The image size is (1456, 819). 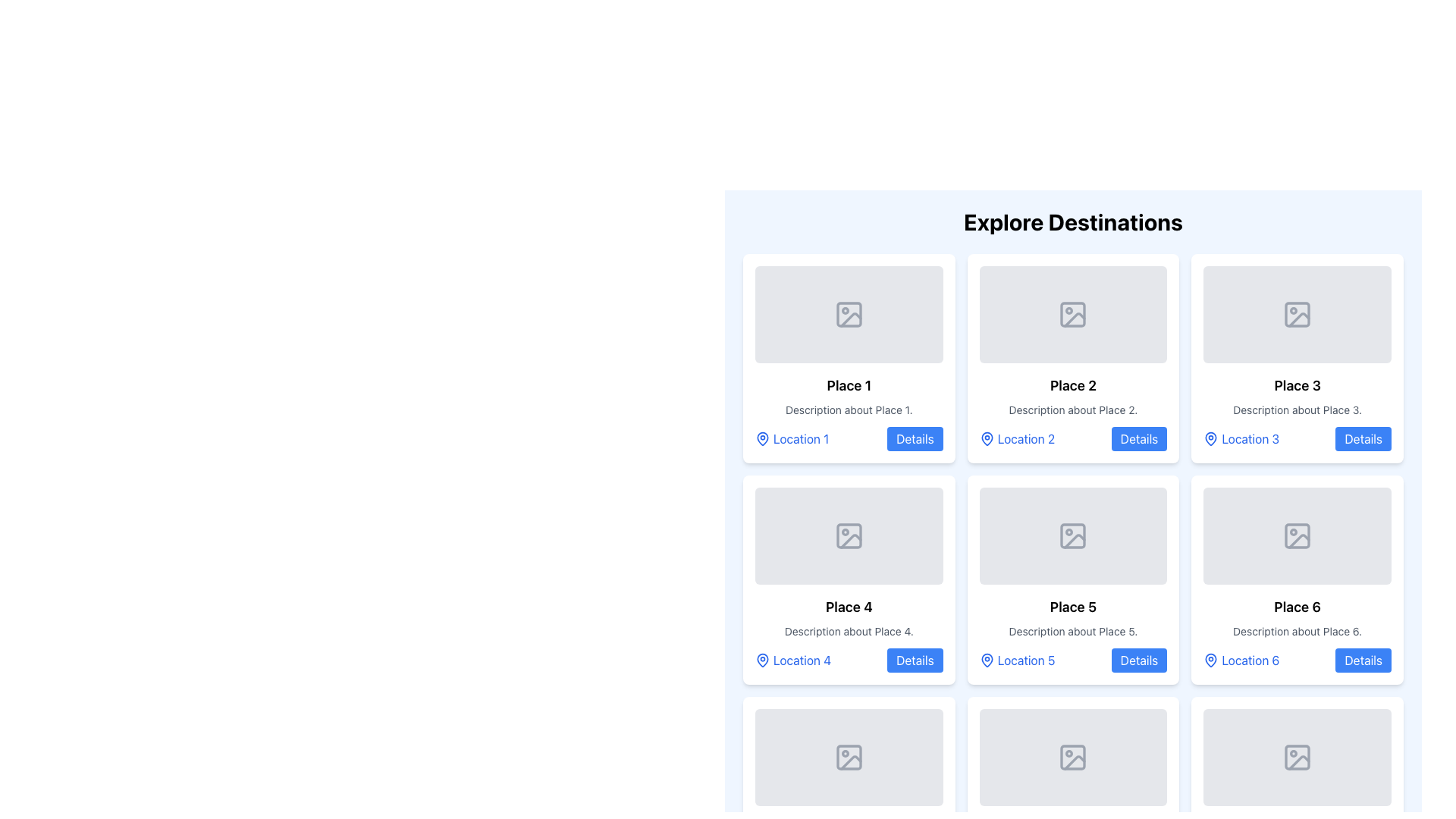 I want to click on the blue rectangular button labeled 'Details' corresponding to 'Place 6', so click(x=1363, y=660).